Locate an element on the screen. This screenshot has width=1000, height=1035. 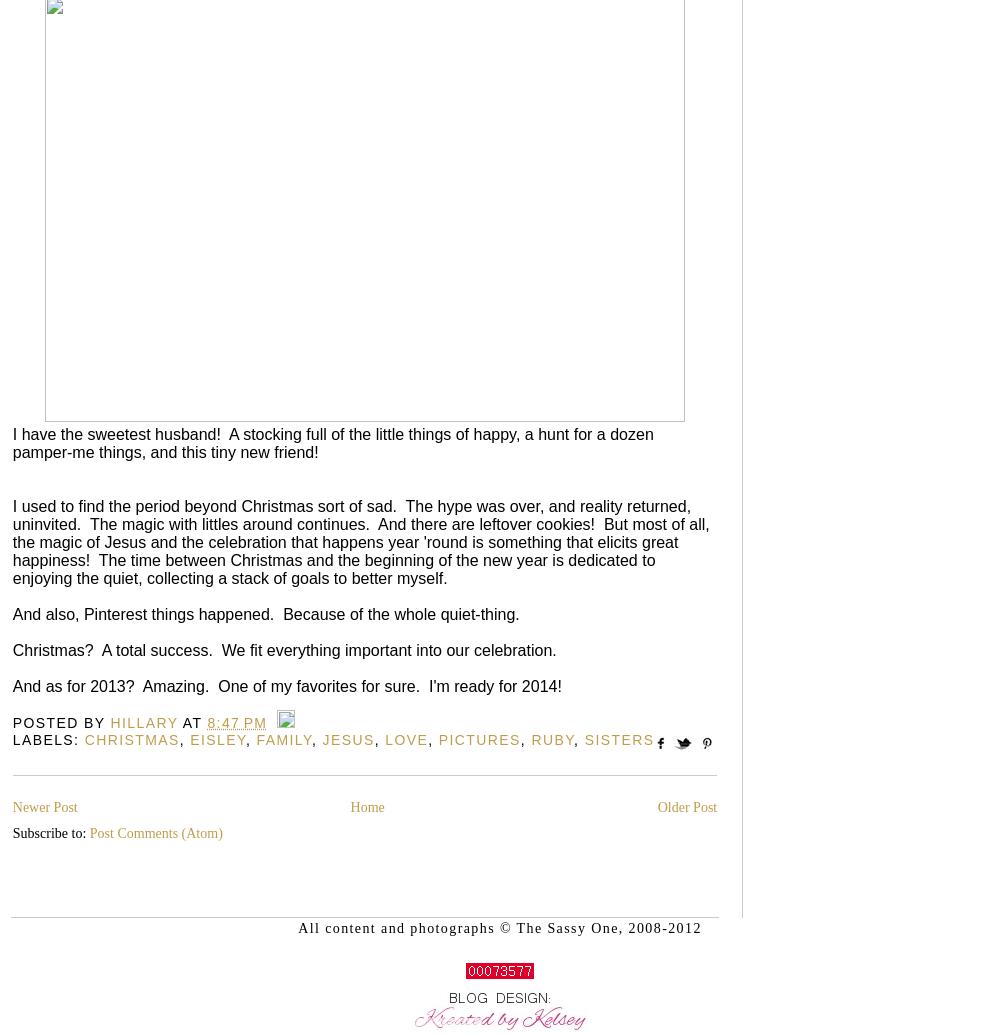
'And also, Pinterest things happened.  Because of the whole quiet-thing.' is located at coordinates (270, 612).